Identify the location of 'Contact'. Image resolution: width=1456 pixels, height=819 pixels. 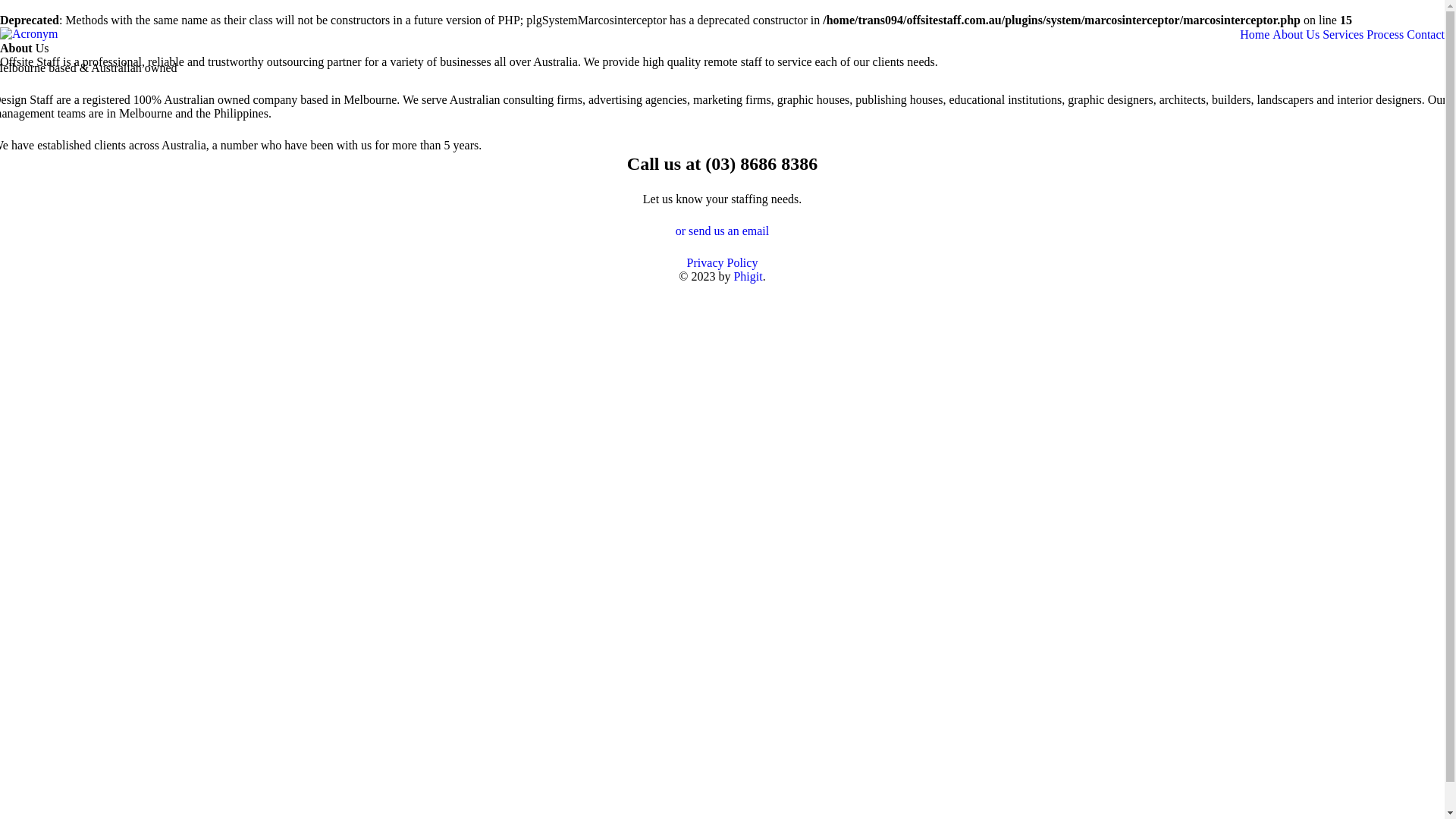
(1425, 34).